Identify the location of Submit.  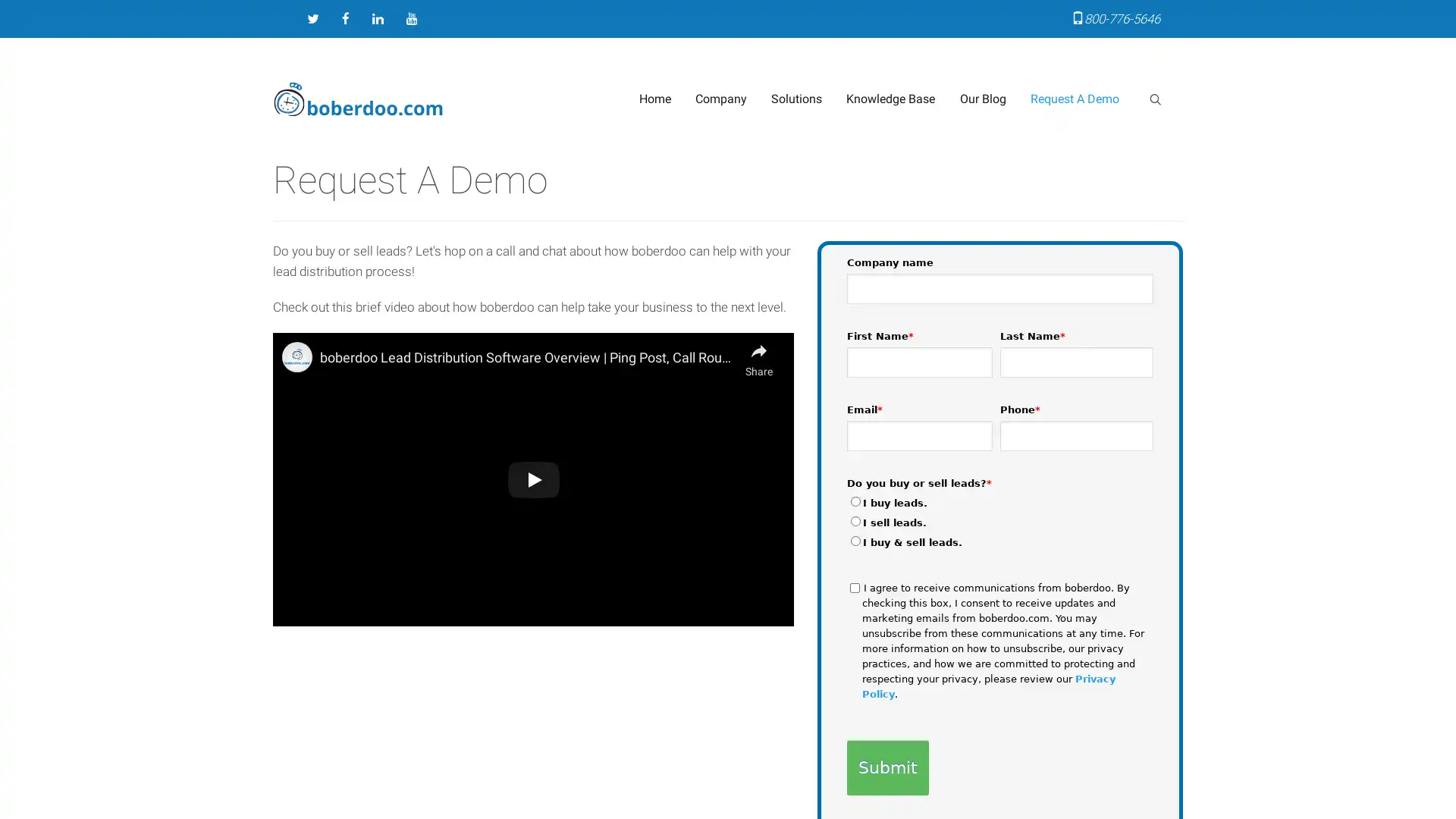
(887, 767).